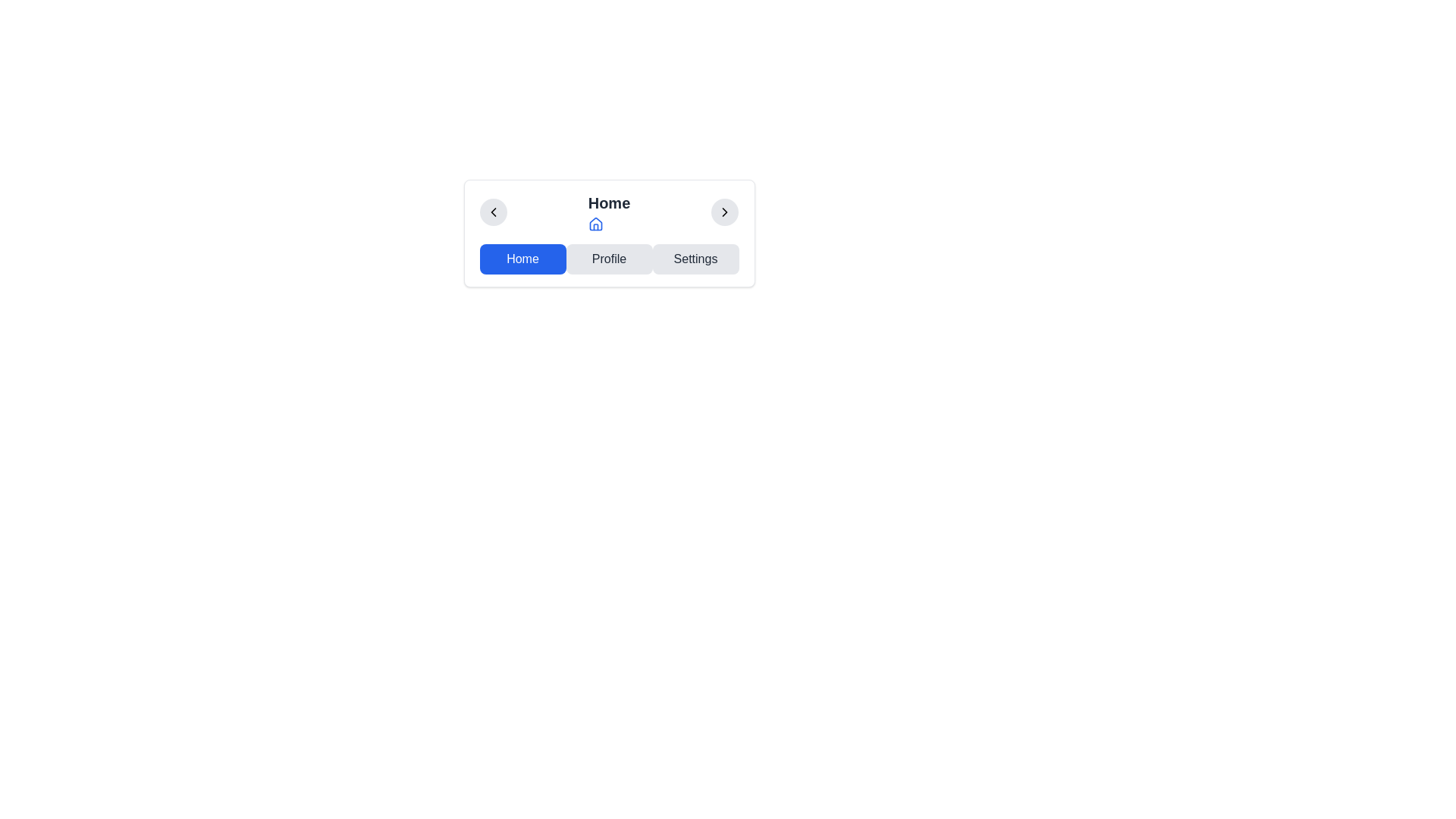 Image resolution: width=1456 pixels, height=819 pixels. Describe the element at coordinates (522, 259) in the screenshot. I see `the leftmost button in the row of three buttons` at that location.